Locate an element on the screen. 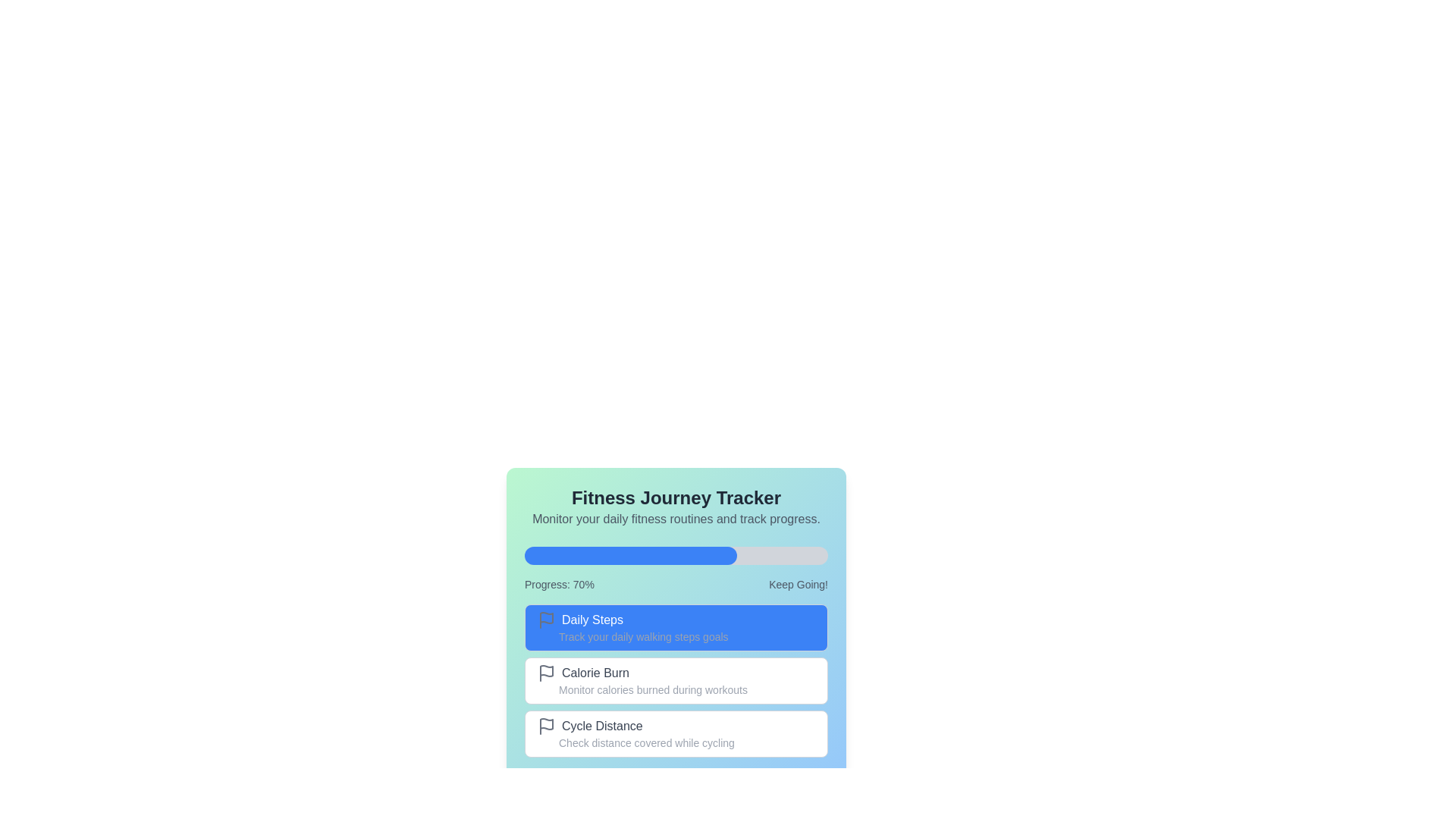 The width and height of the screenshot is (1456, 819). the icon located to the left of the 'Calorie Burn' text label for more information is located at coordinates (546, 672).